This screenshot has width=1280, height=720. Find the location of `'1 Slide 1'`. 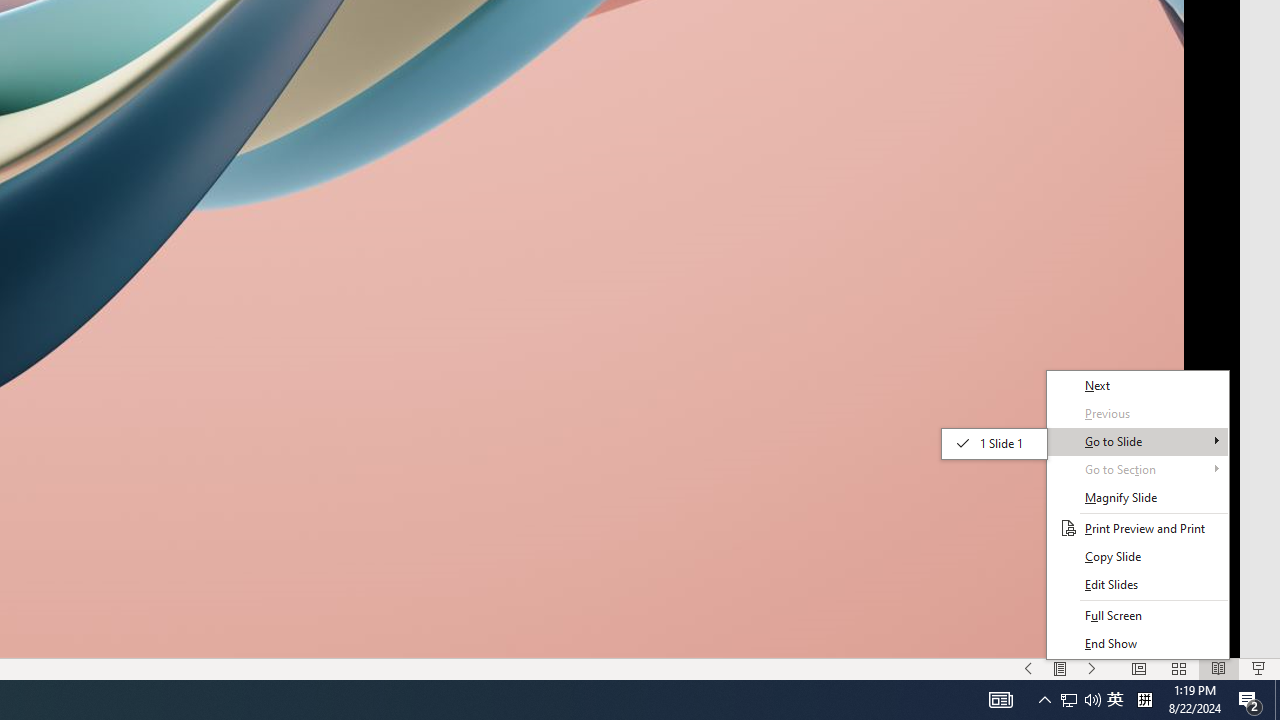

'1 Slide 1' is located at coordinates (994, 442).